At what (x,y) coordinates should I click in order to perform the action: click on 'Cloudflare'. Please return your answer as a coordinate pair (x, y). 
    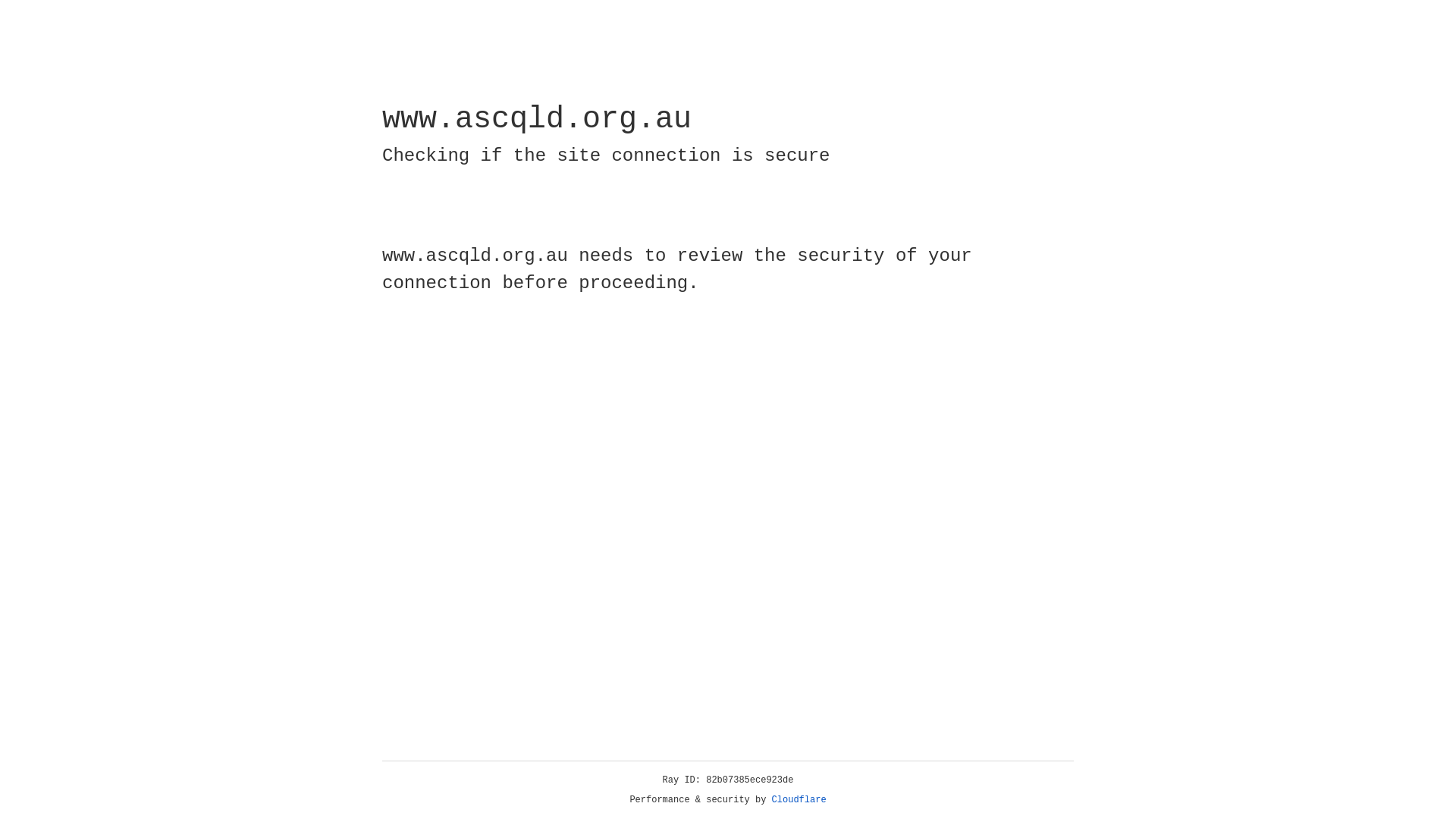
    Looking at the image, I should click on (799, 799).